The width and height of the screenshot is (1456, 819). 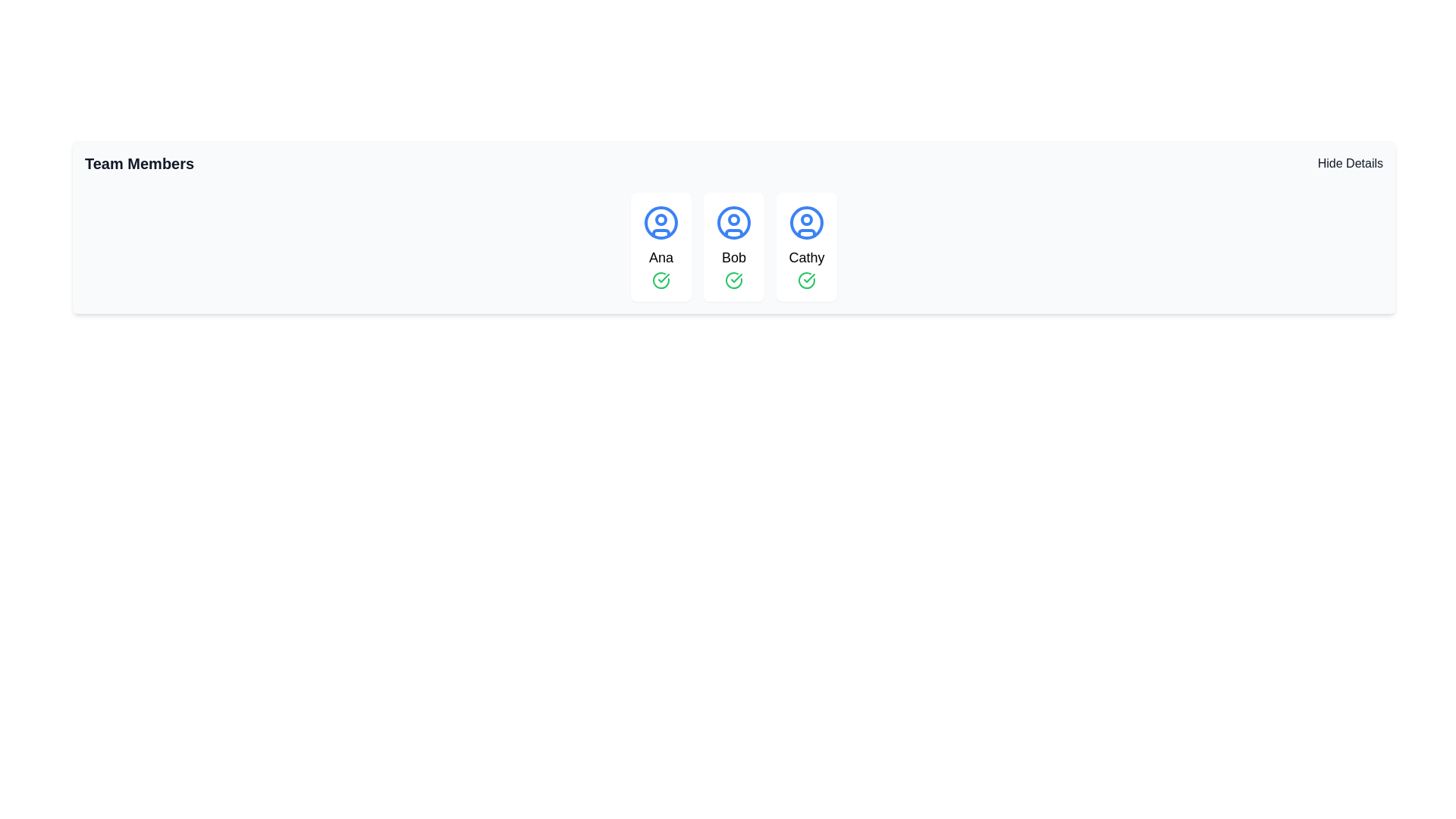 What do you see at coordinates (661, 219) in the screenshot?
I see `the small blue outlined circle with a white fill located at the center-top of Ana's profile icon, which is the first in the row of team member cards` at bounding box center [661, 219].